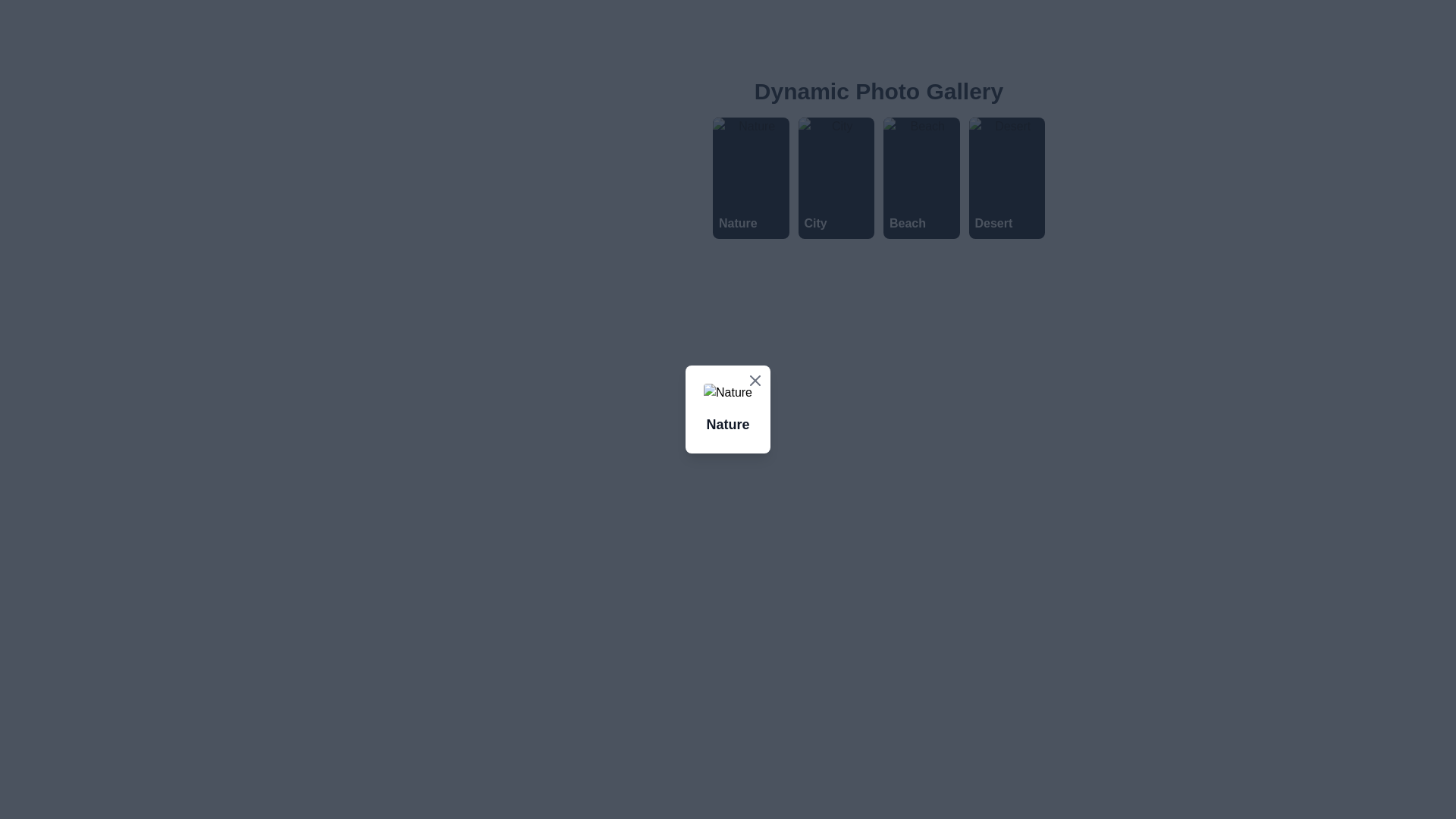 This screenshot has width=1456, height=819. I want to click on the clickable card labeled 'City', which is the second card in the grid of four cards in the 'Dynamic Photo Gallery' section, so click(835, 177).